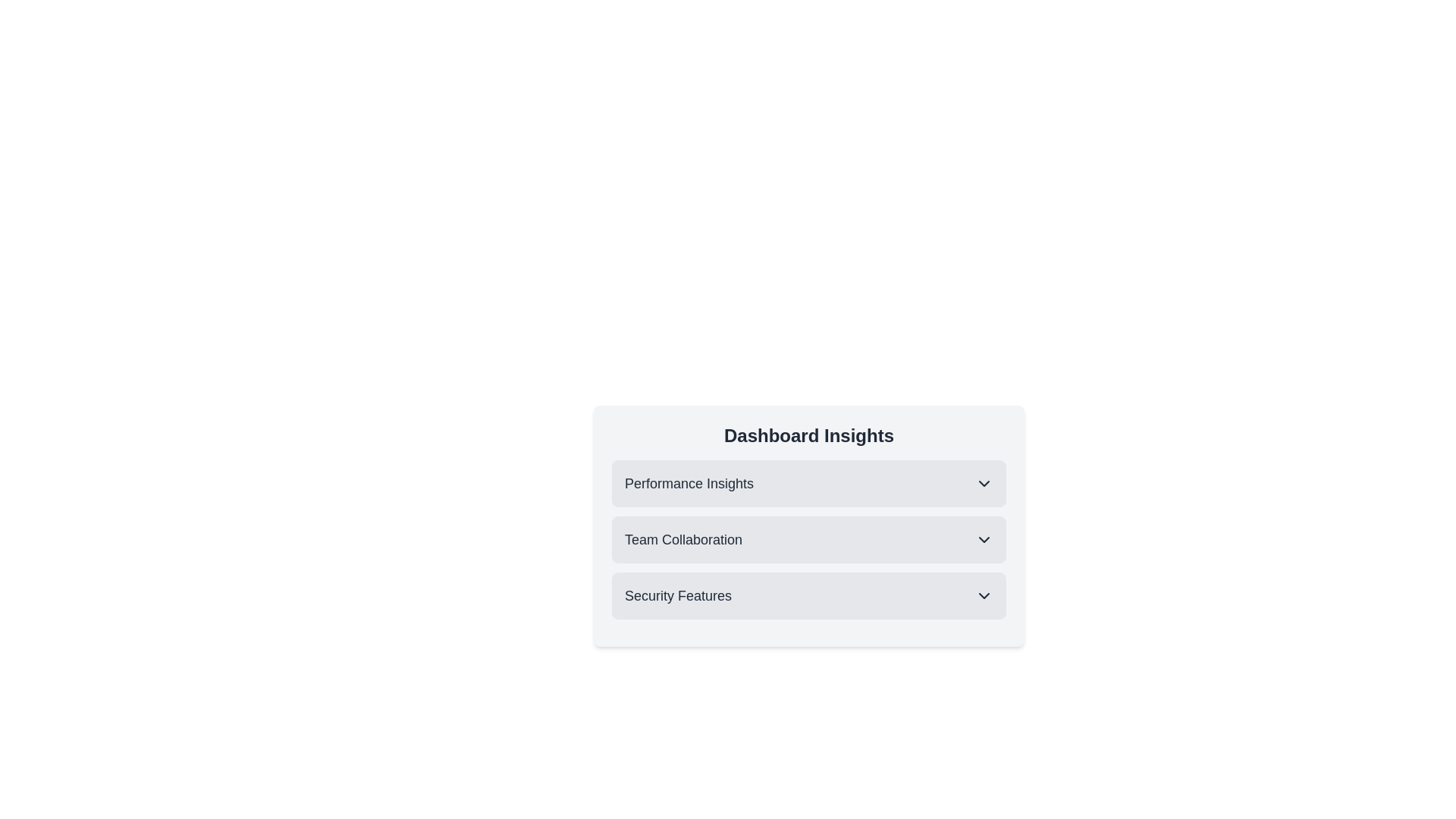 Image resolution: width=1456 pixels, height=819 pixels. I want to click on the 'Team Collaboration' text label, which is styled in bold and located under the 'Dashboard Insights' heading, between 'Performance Insights' and 'Security Features', so click(682, 539).